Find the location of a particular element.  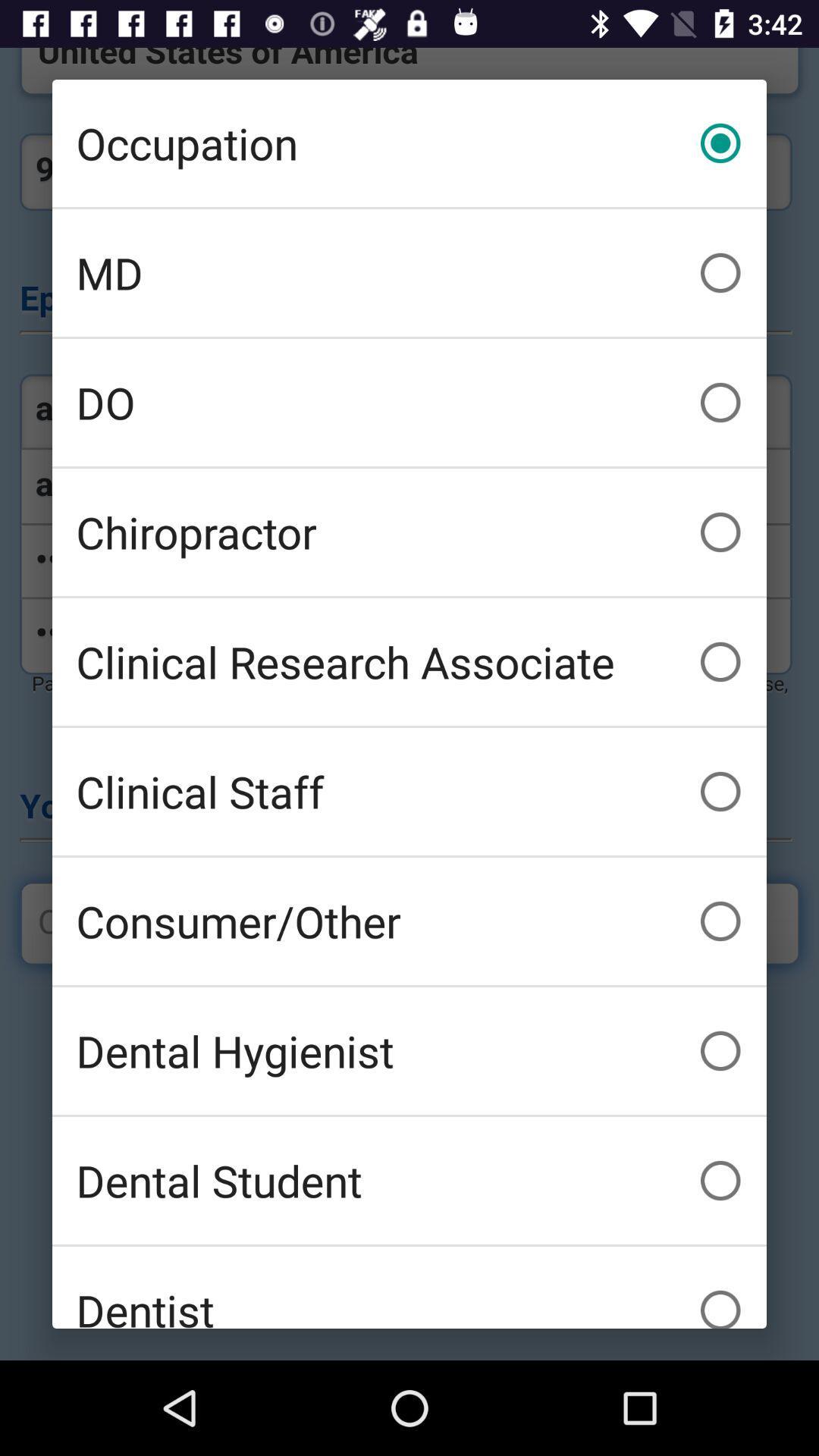

icon above chiropractor icon is located at coordinates (409, 403).